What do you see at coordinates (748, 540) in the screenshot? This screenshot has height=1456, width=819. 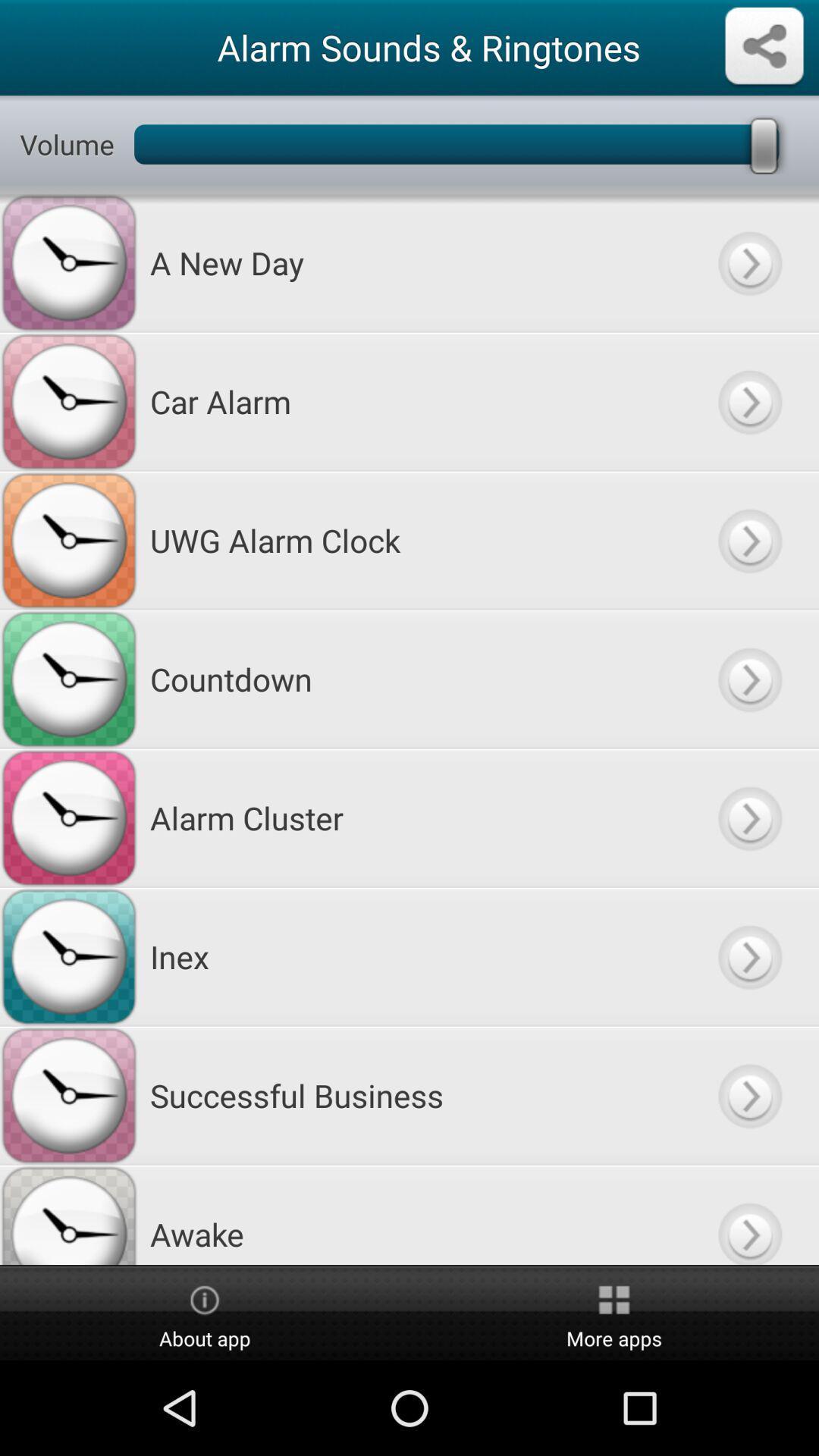 I see `move` at bounding box center [748, 540].